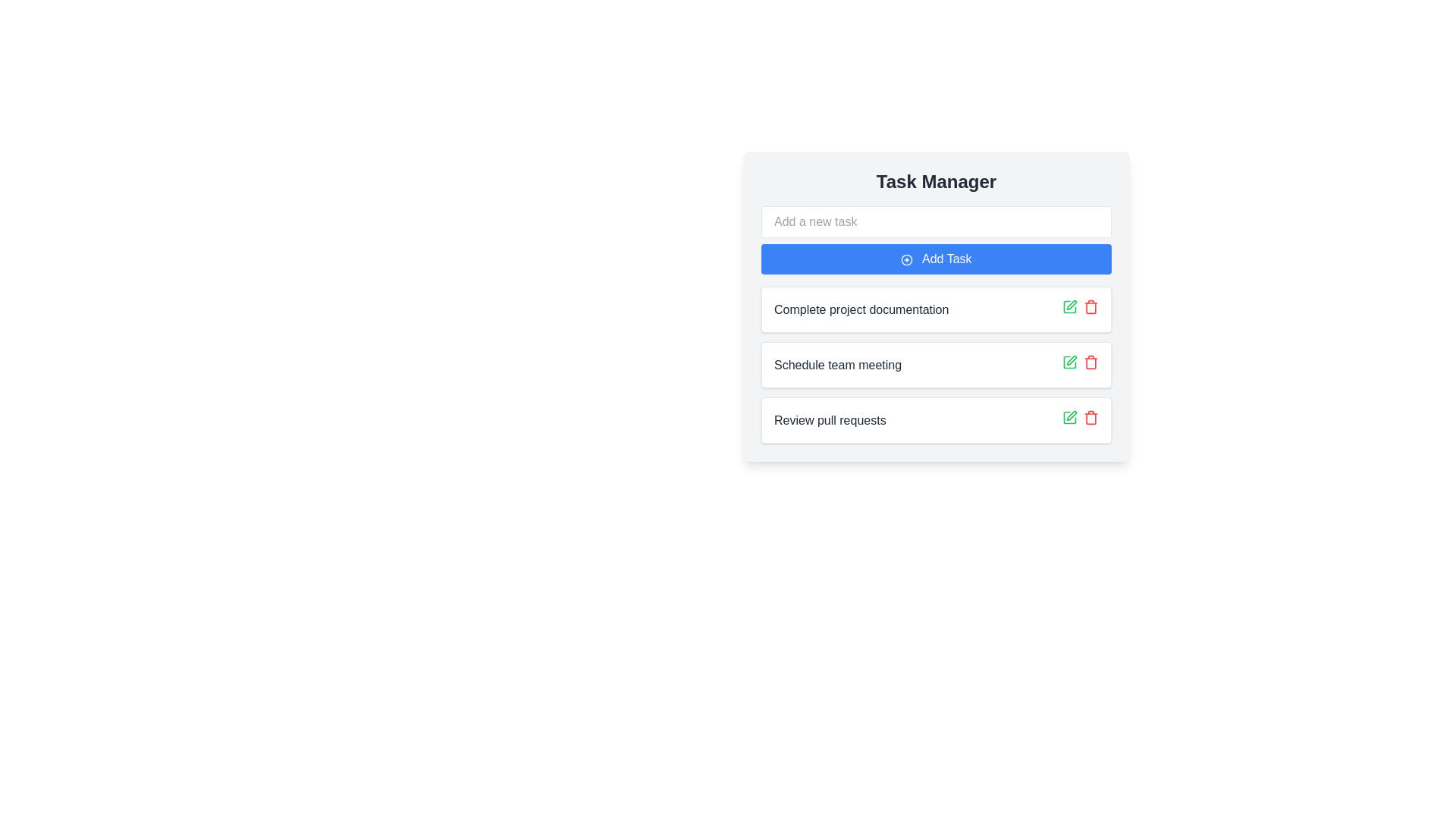  I want to click on information displayed on the text label that reads 'Schedule team meeting', which is a dark gray font on a white background, located in the second row of a list-like structure, so click(836, 365).